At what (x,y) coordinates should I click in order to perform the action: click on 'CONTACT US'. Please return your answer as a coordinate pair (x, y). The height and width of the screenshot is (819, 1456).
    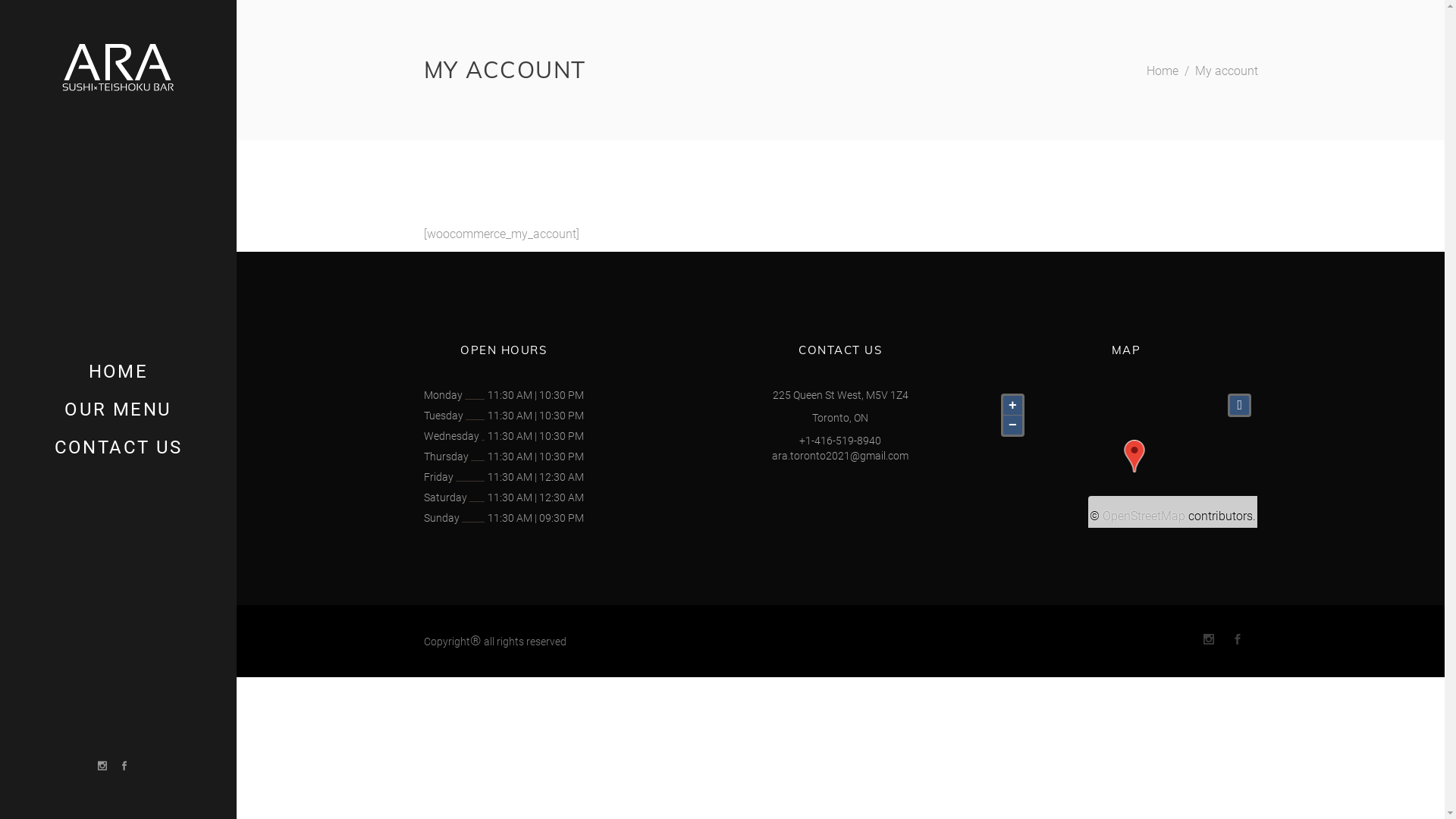
    Looking at the image, I should click on (33, 447).